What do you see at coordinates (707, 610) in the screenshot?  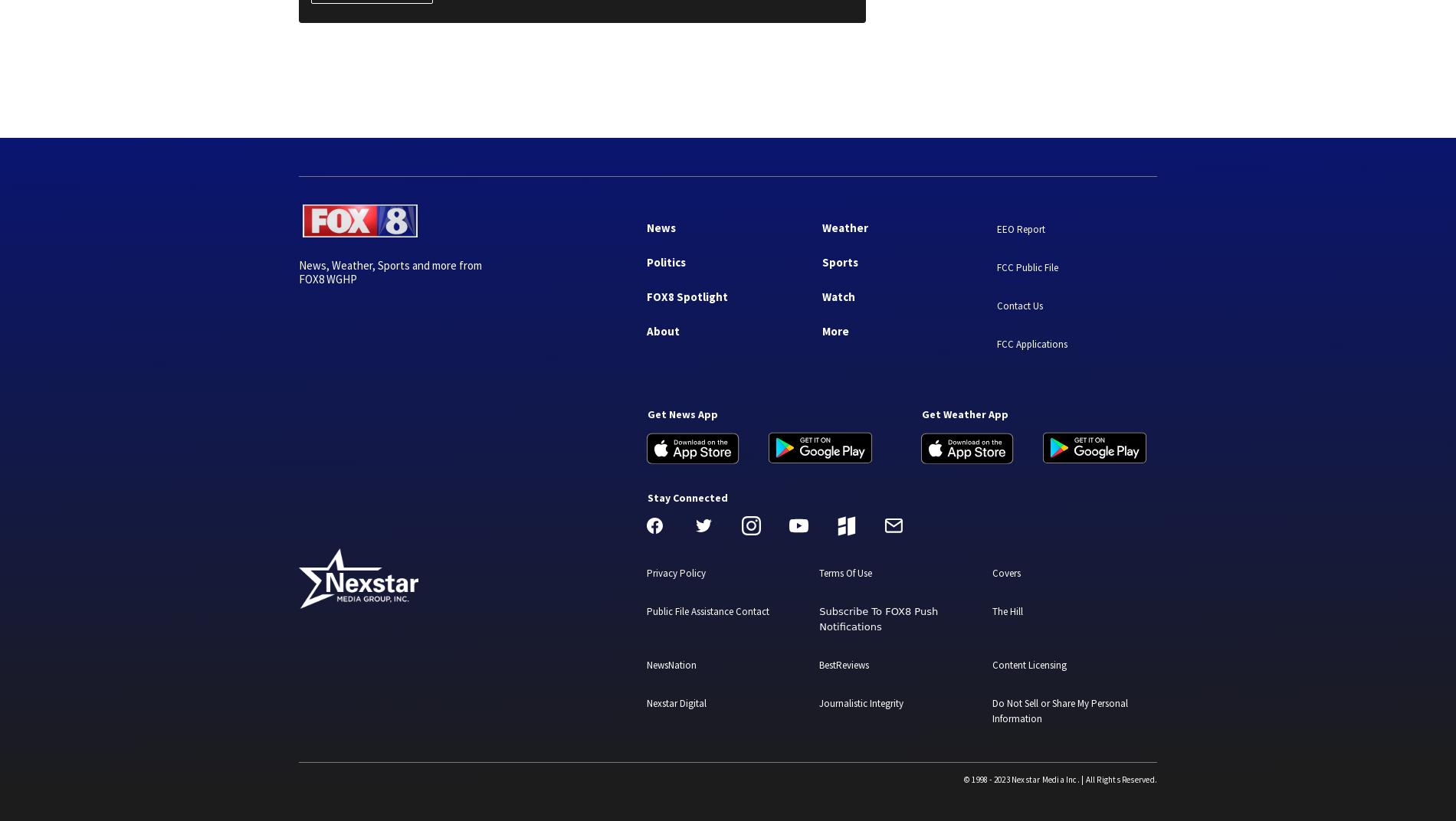 I see `'Public File Assistance Contact'` at bounding box center [707, 610].